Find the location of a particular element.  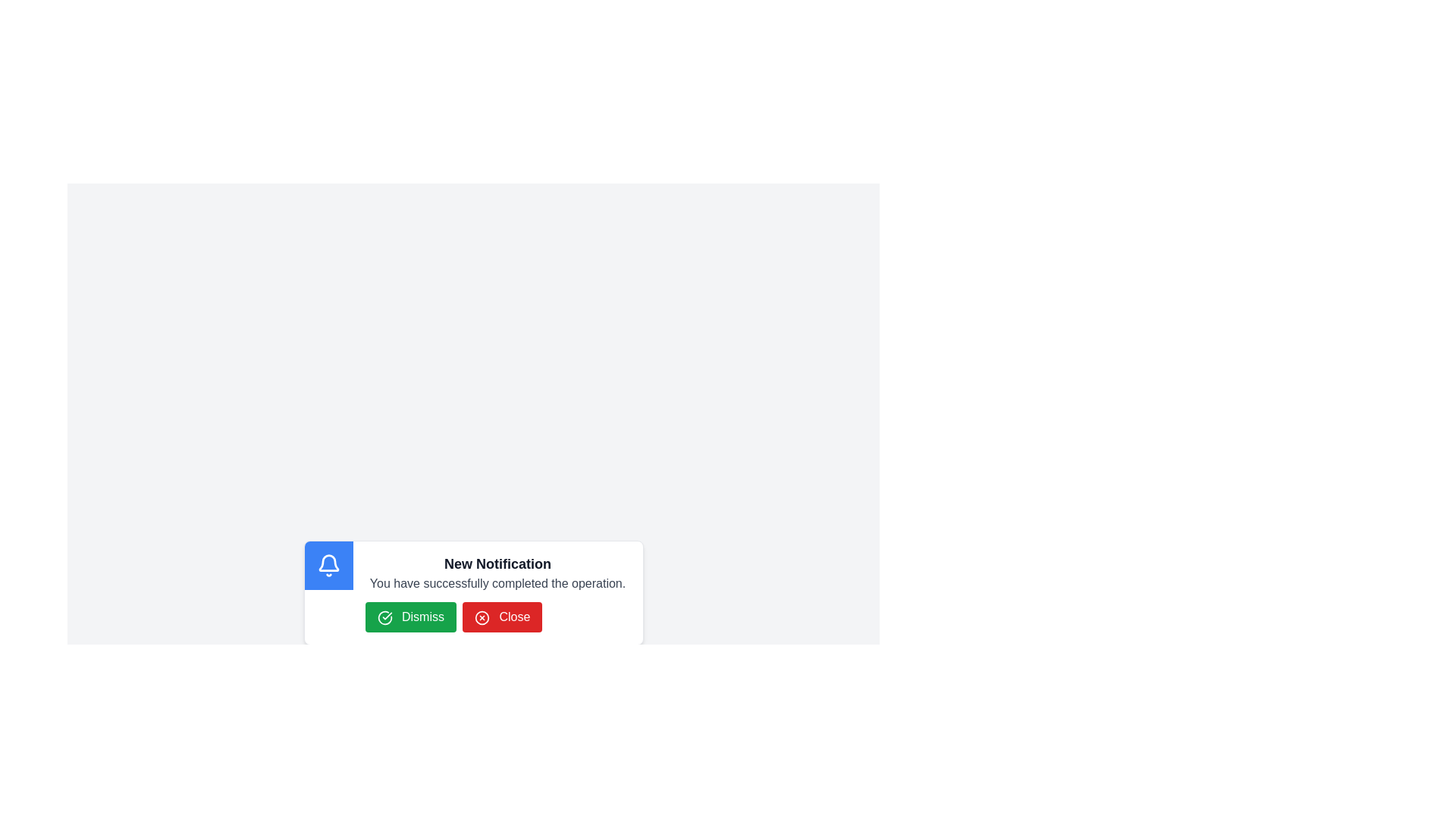

the close button in the notification box is located at coordinates (502, 617).